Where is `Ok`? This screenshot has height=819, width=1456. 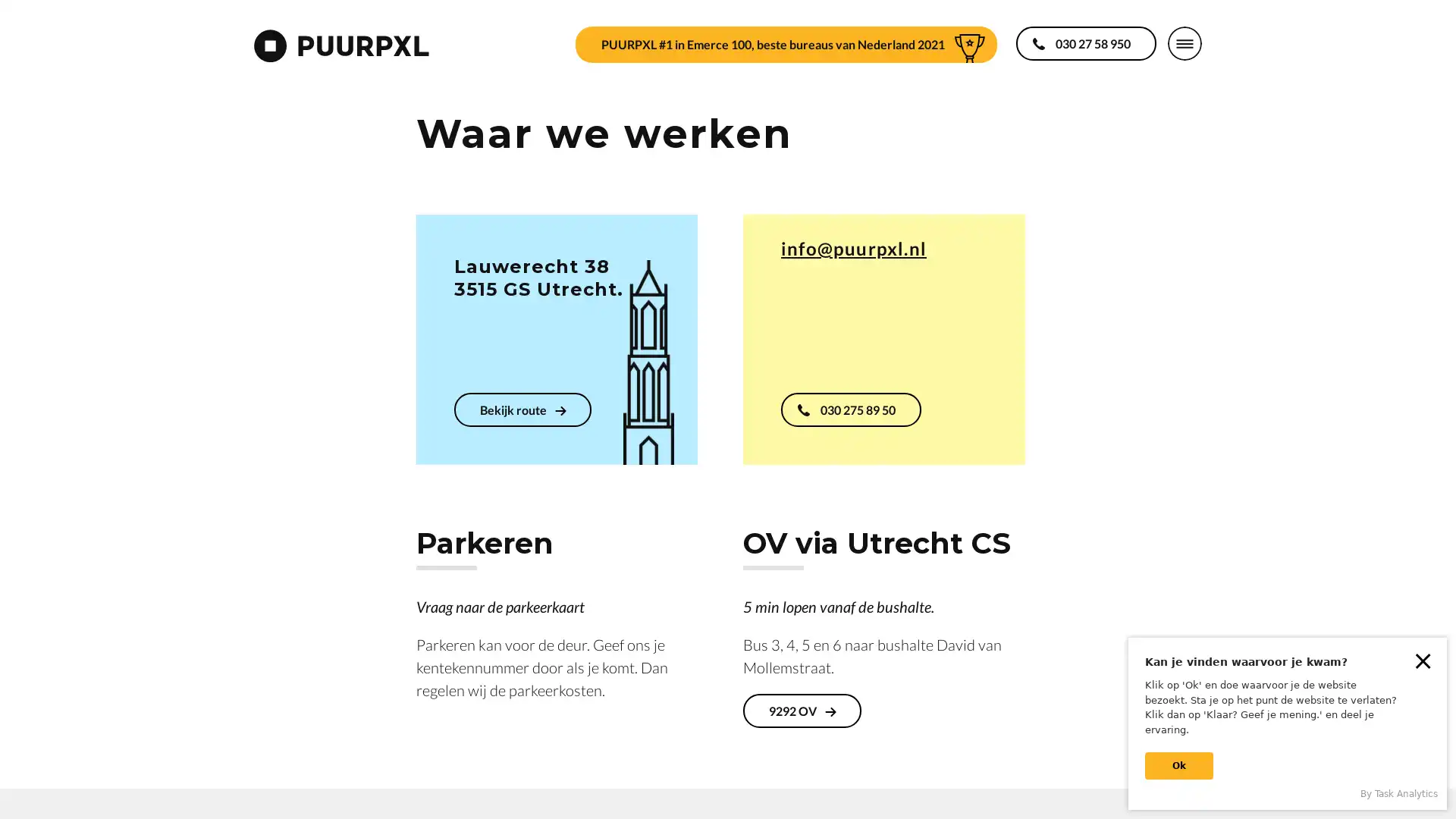 Ok is located at coordinates (1178, 766).